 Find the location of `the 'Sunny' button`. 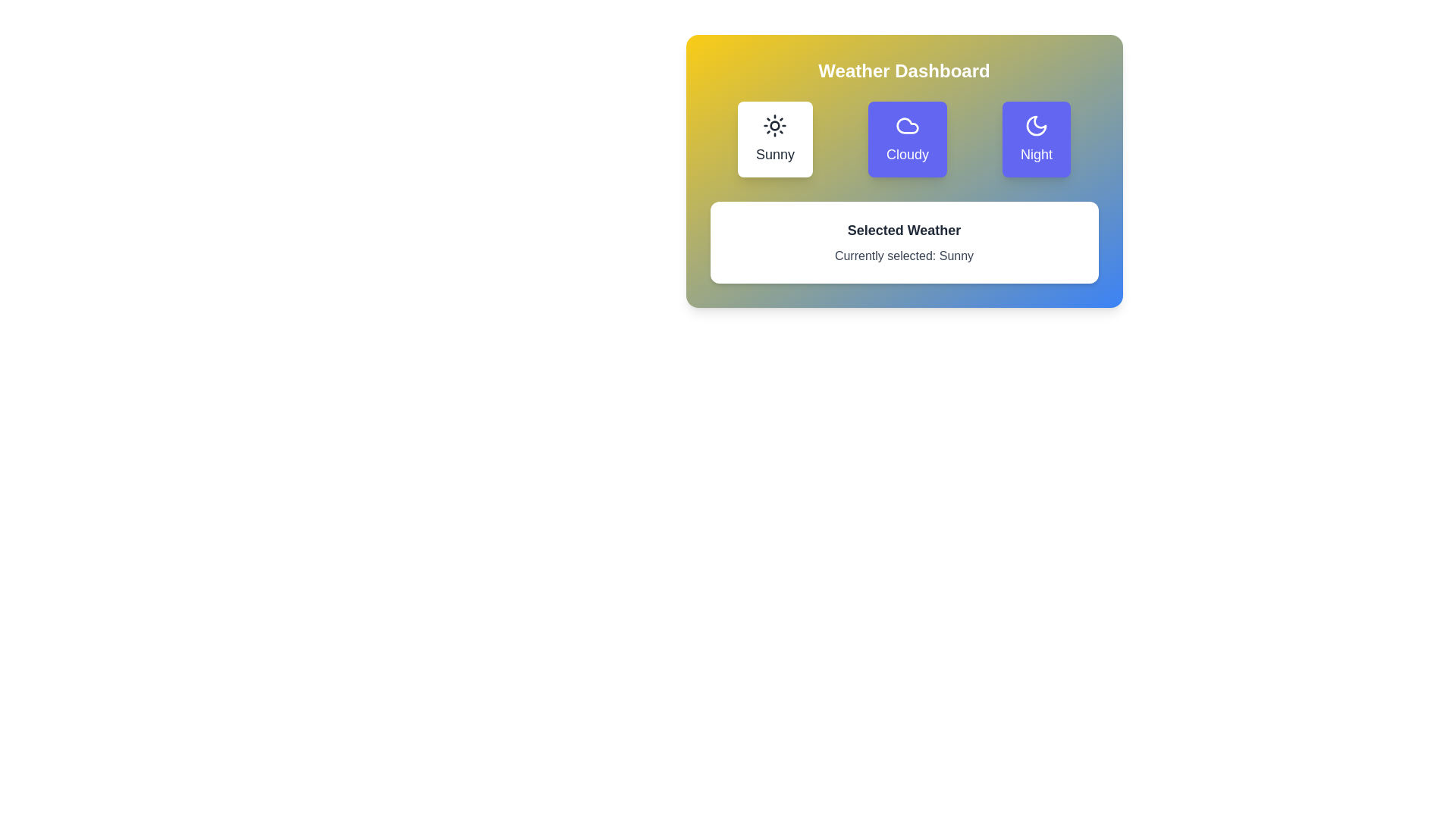

the 'Sunny' button is located at coordinates (775, 140).